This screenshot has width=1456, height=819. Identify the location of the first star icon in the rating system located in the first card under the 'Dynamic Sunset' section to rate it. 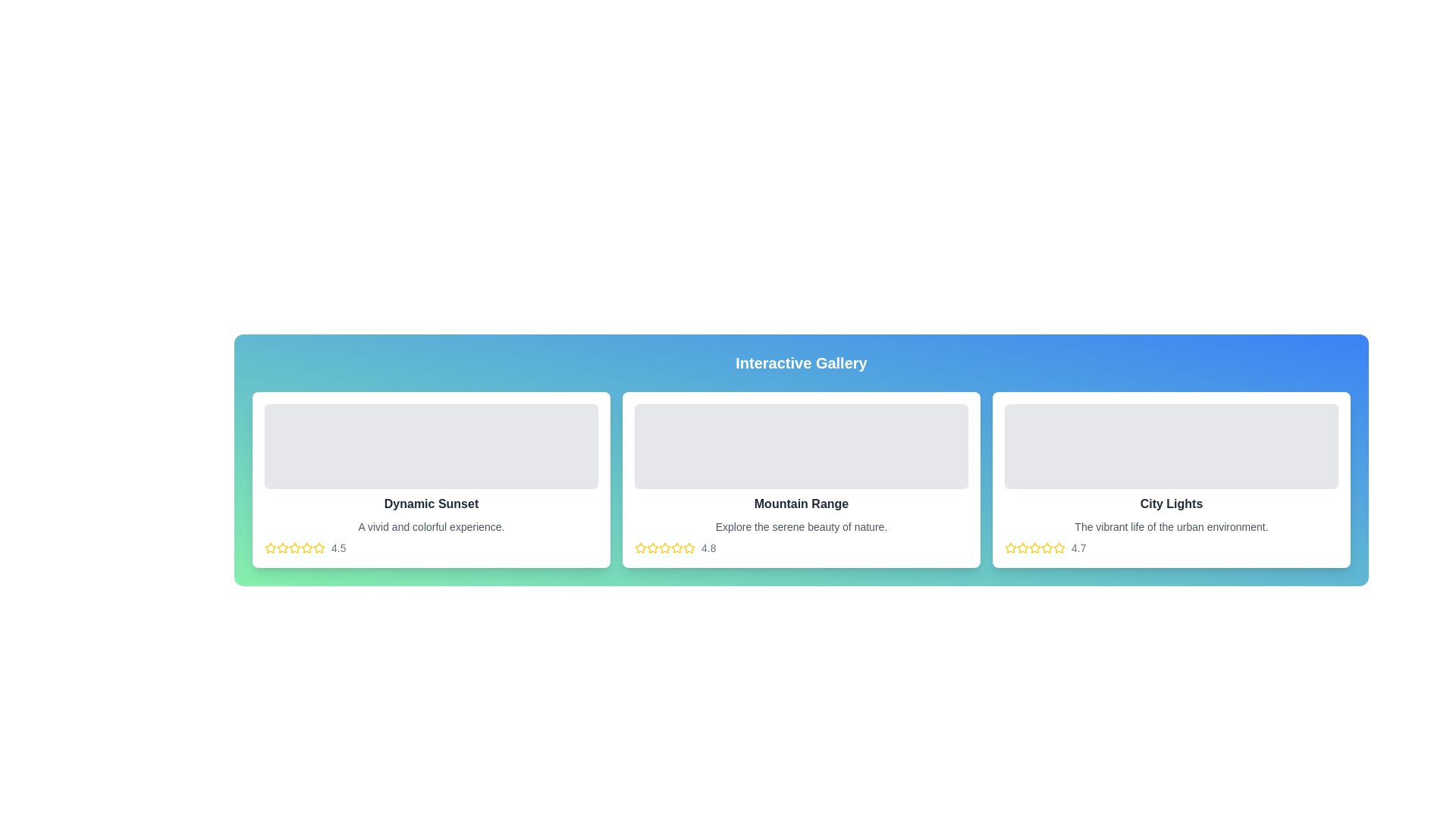
(270, 548).